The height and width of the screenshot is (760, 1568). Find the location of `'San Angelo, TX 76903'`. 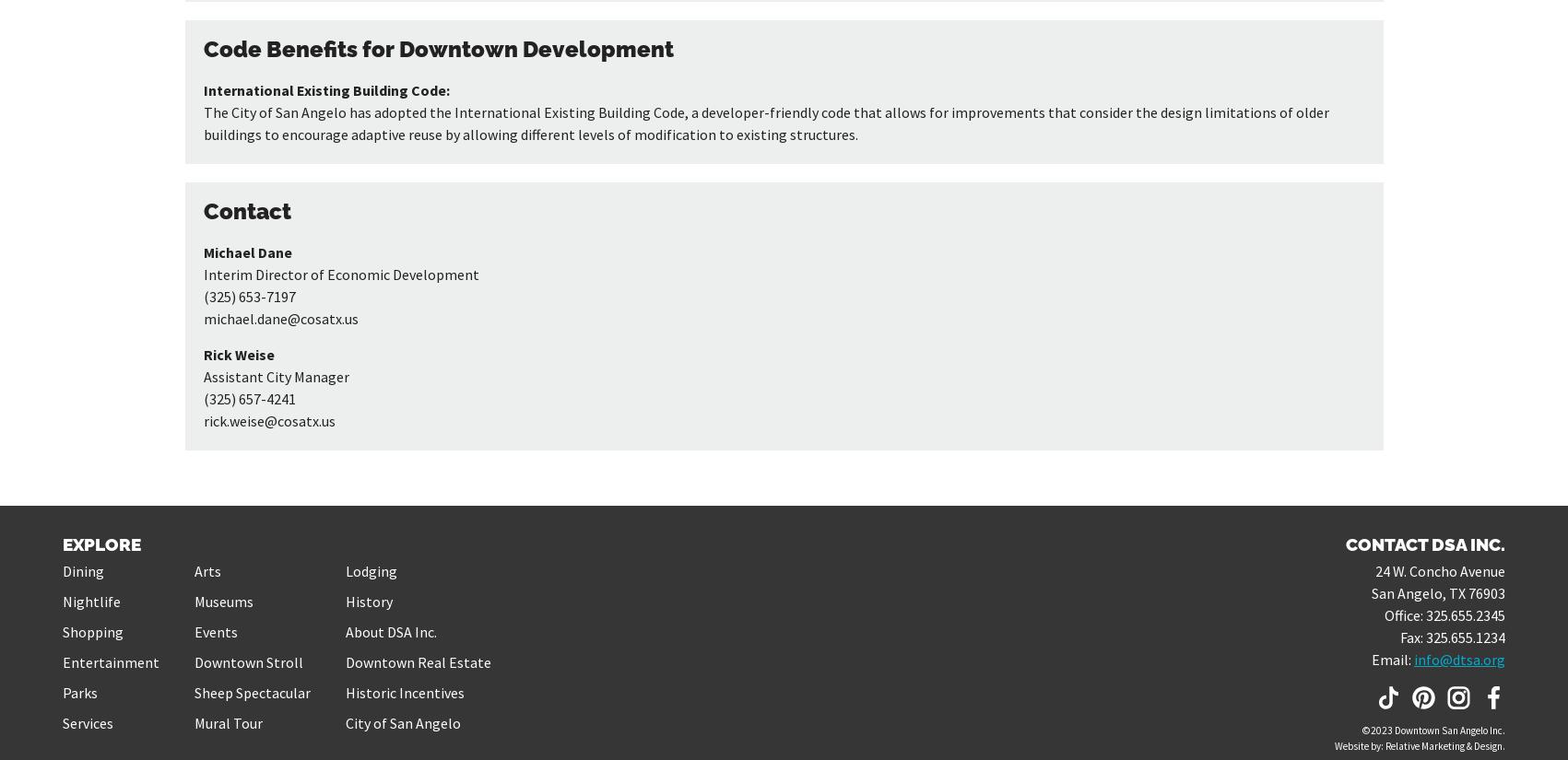

'San Angelo, TX 76903' is located at coordinates (1371, 591).